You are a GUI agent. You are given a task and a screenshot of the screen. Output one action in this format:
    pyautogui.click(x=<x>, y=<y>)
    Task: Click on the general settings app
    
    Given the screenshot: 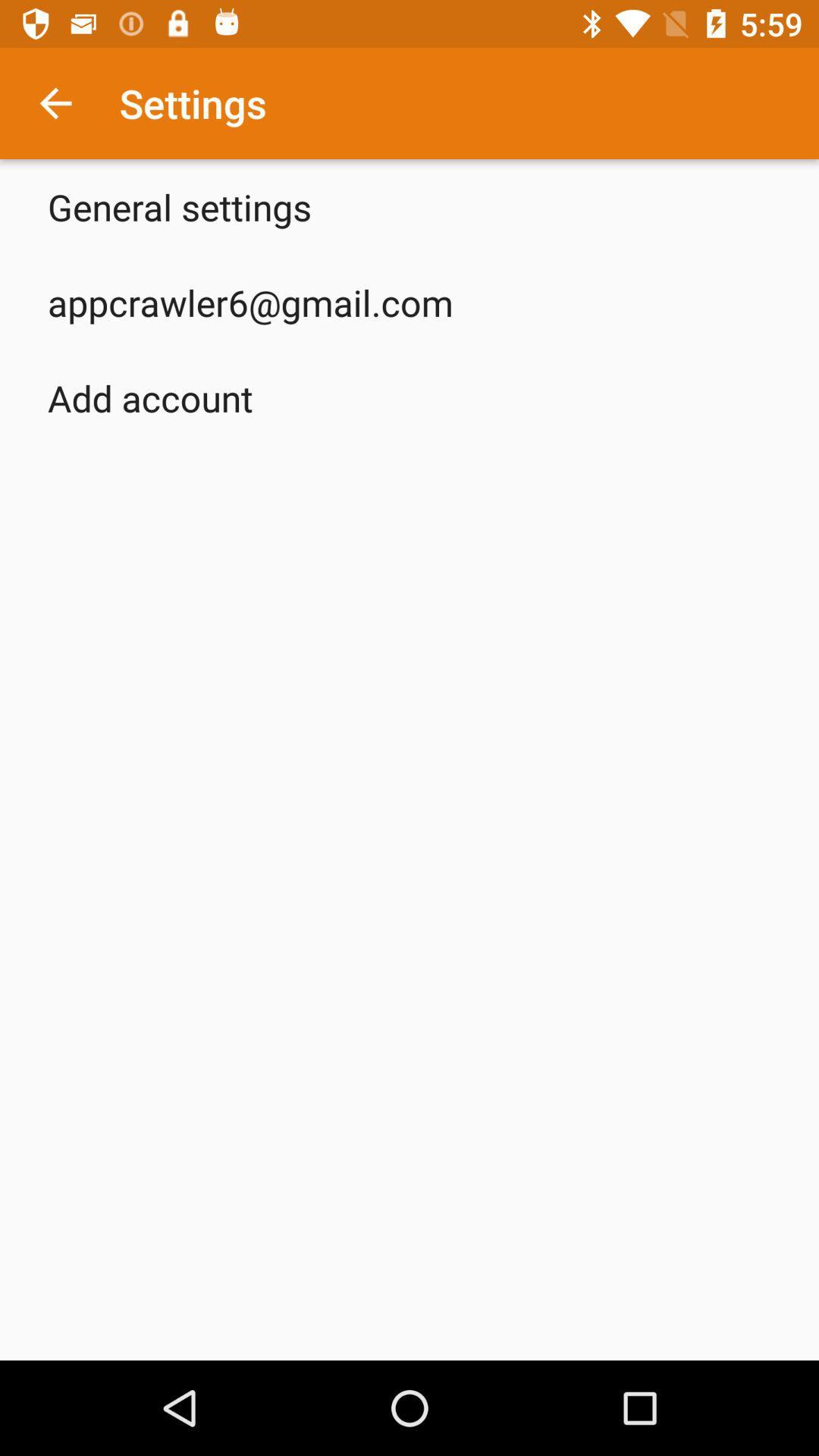 What is the action you would take?
    pyautogui.click(x=178, y=206)
    